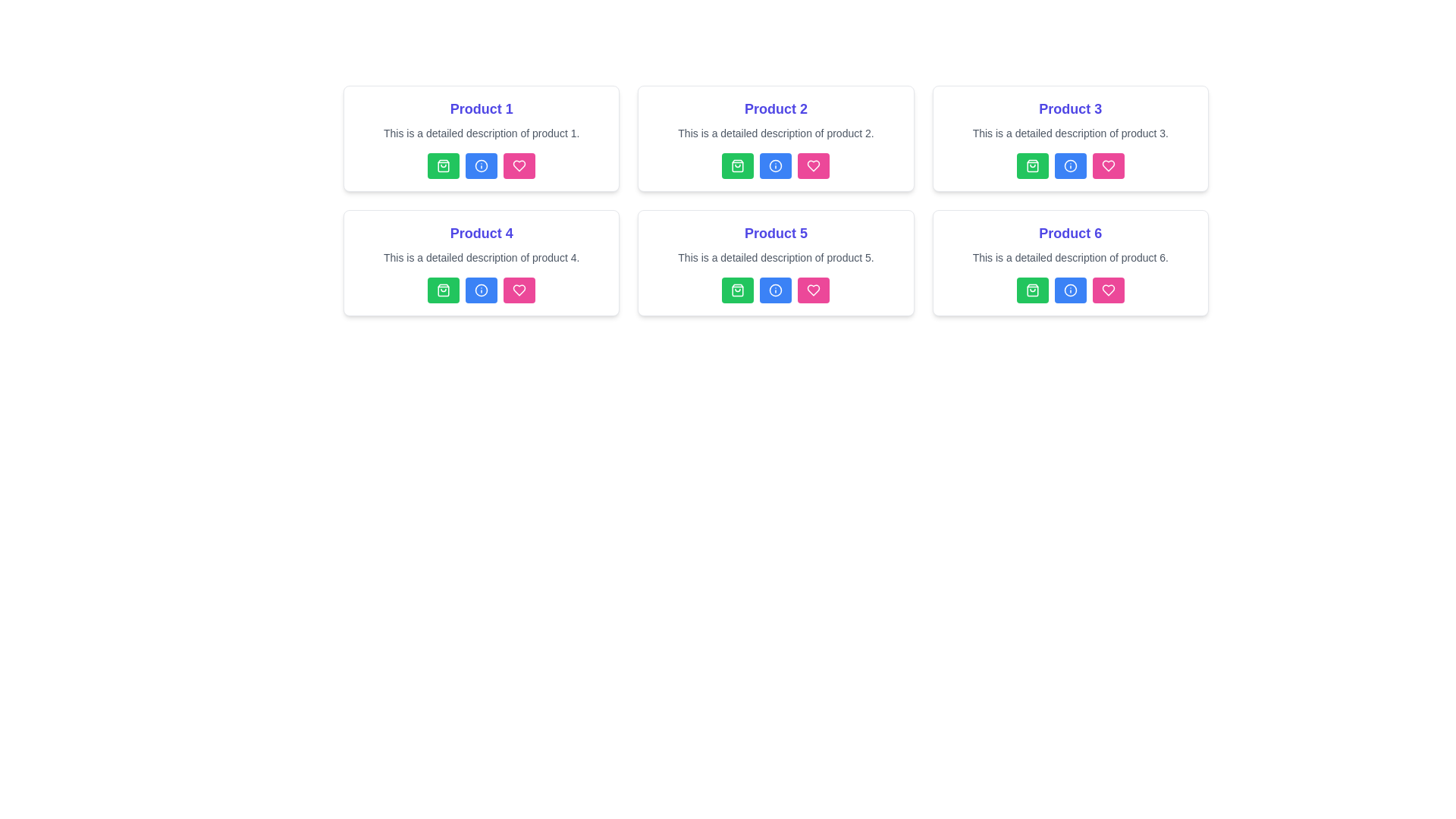 The height and width of the screenshot is (819, 1456). Describe the element at coordinates (1069, 290) in the screenshot. I see `the blue button with white text and an information icon, located in the center of the three buttons below the 'Product 6' card` at that location.